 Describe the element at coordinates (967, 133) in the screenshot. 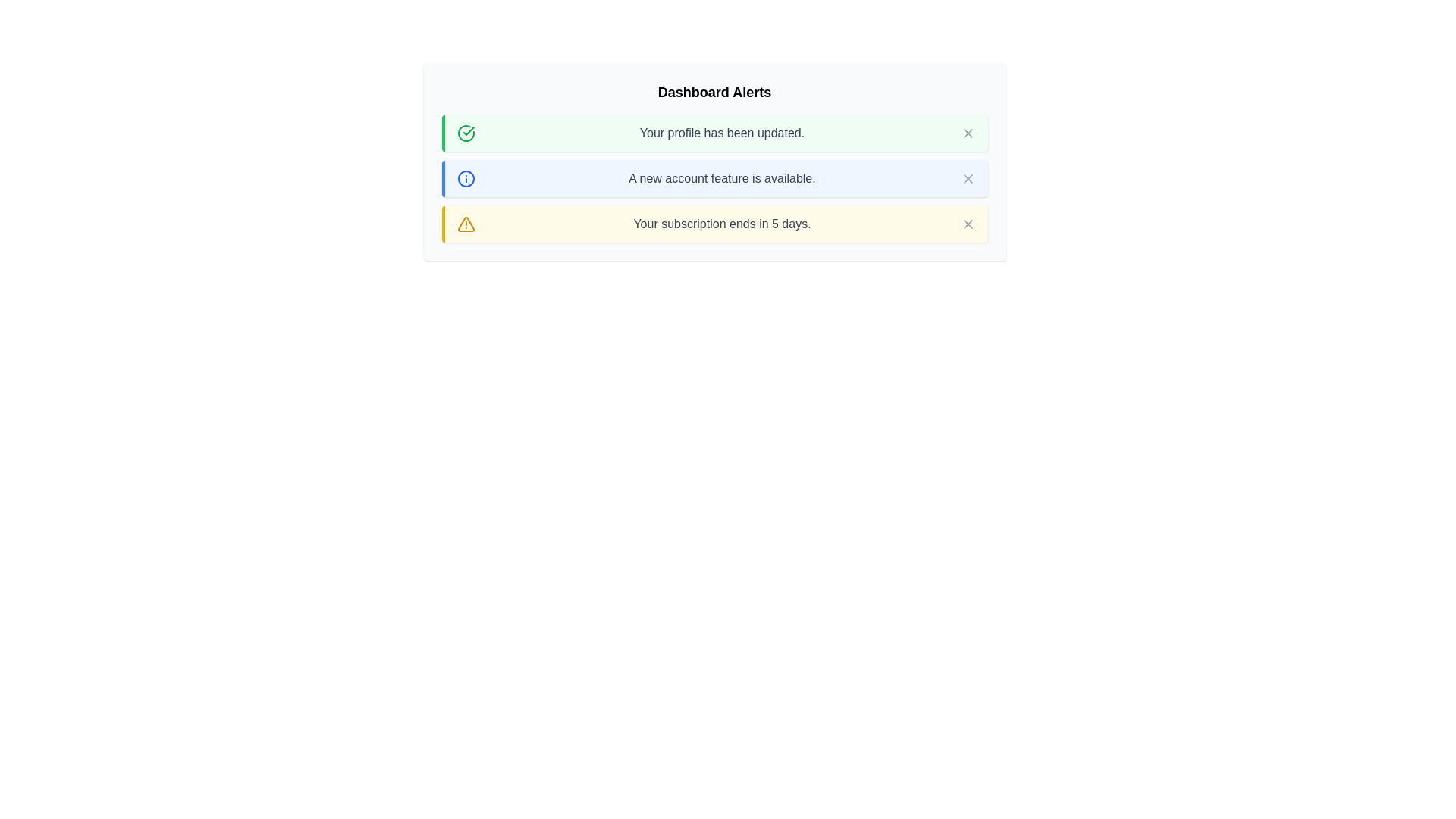

I see `the close icon, which is a diagonal cross resembling an 'X' located in the top right corner of the notification box with a light green background` at that location.